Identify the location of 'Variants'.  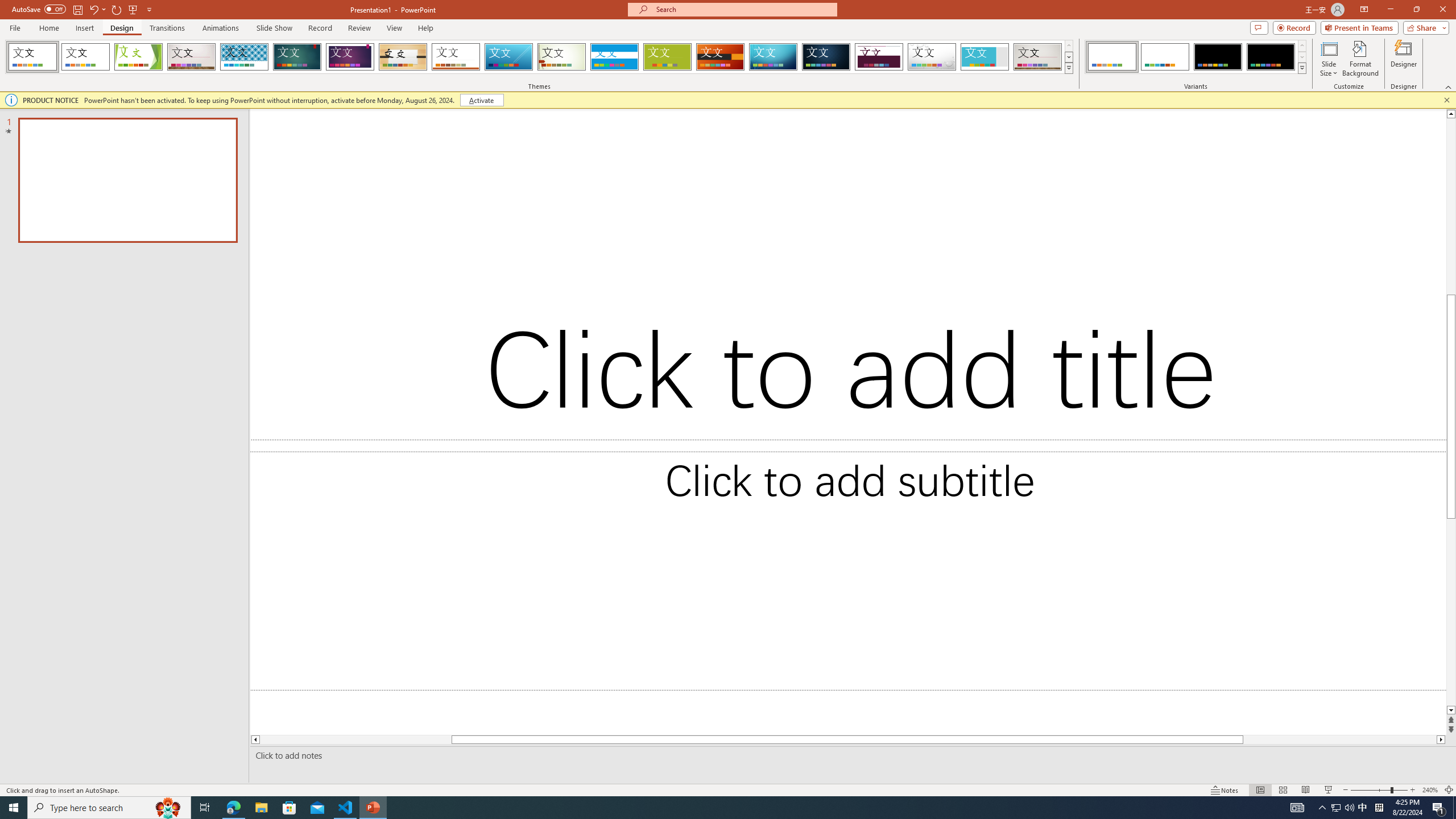
(1301, 67).